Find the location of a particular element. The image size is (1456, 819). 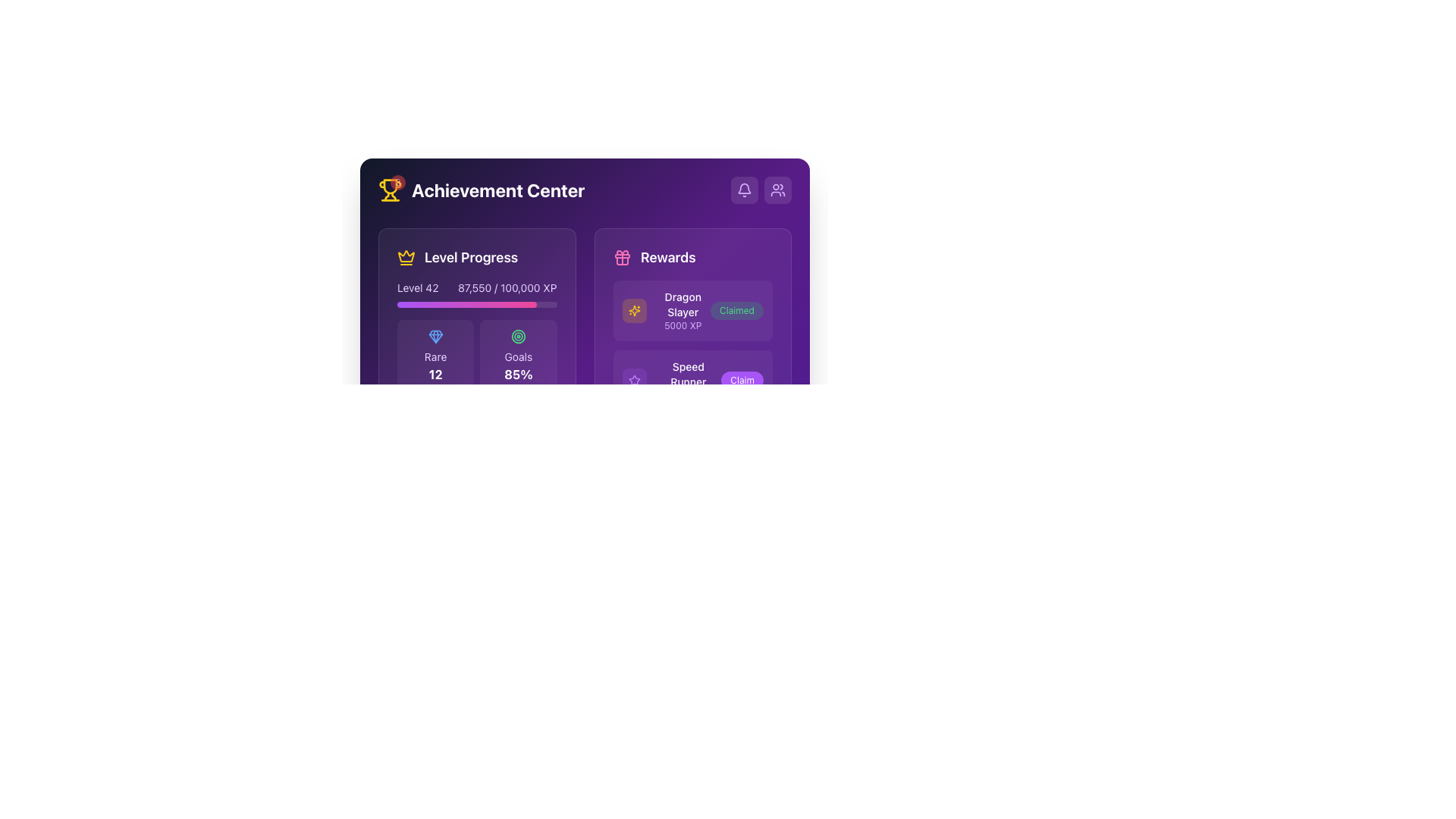

the 'Rewards' text label, which is displayed in bold white font and located to the right of a gift box icon in the upper-right corner of the section is located at coordinates (667, 256).